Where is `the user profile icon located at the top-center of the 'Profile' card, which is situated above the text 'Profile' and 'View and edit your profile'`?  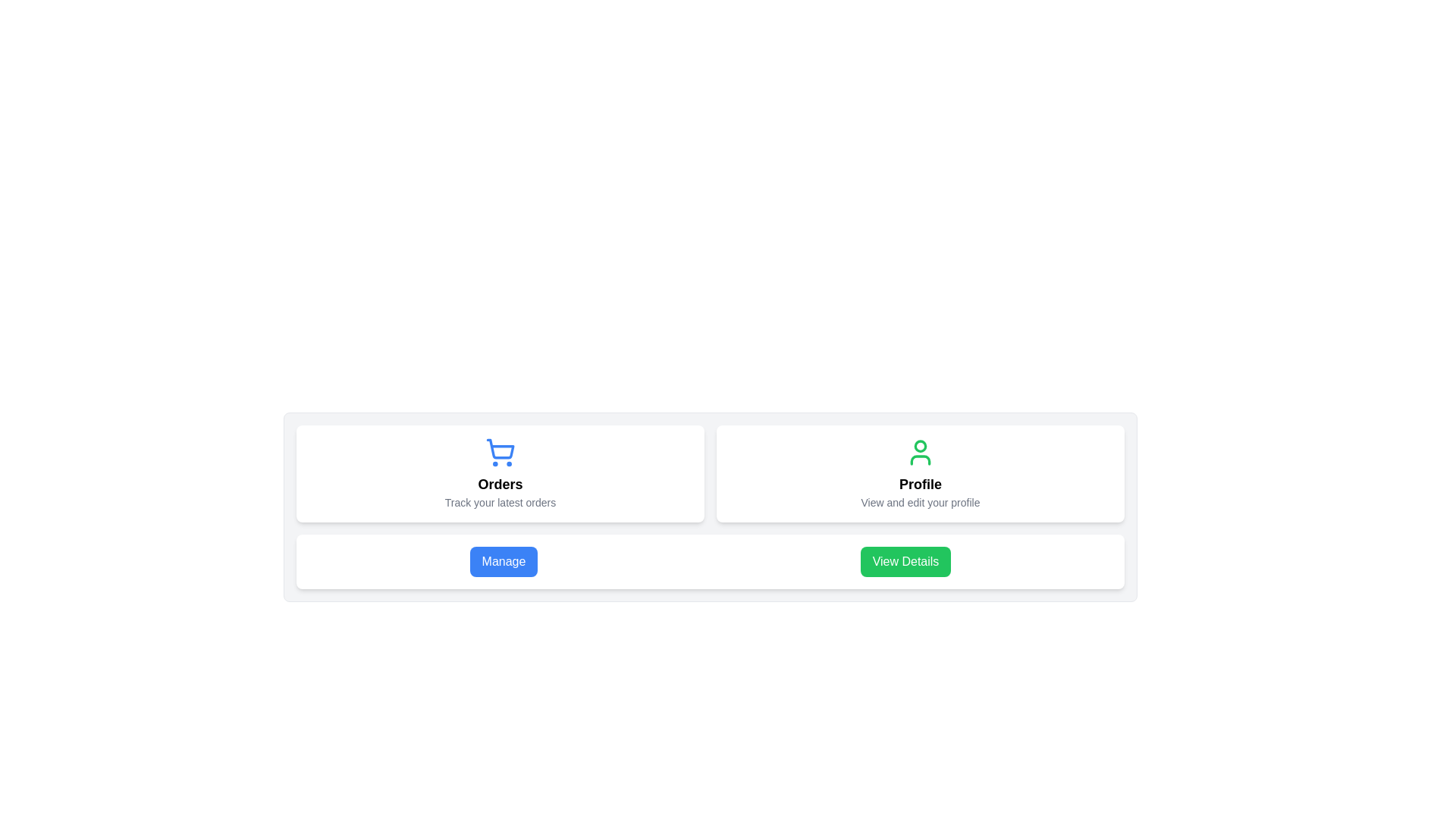
the user profile icon located at the top-center of the 'Profile' card, which is situated above the text 'Profile' and 'View and edit your profile' is located at coordinates (920, 452).